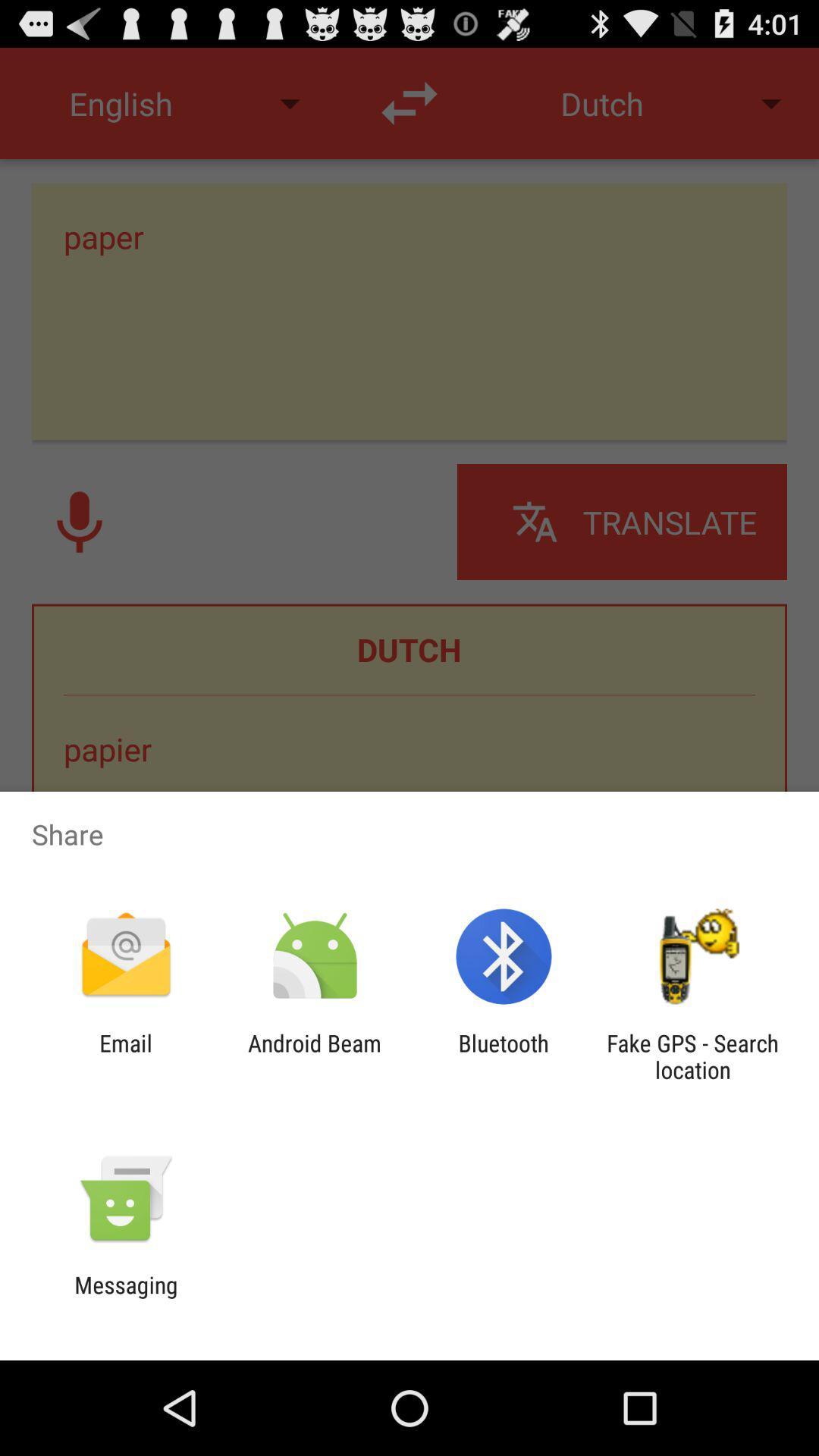 Image resolution: width=819 pixels, height=1456 pixels. Describe the element at coordinates (504, 1056) in the screenshot. I see `the item next to fake gps search app` at that location.